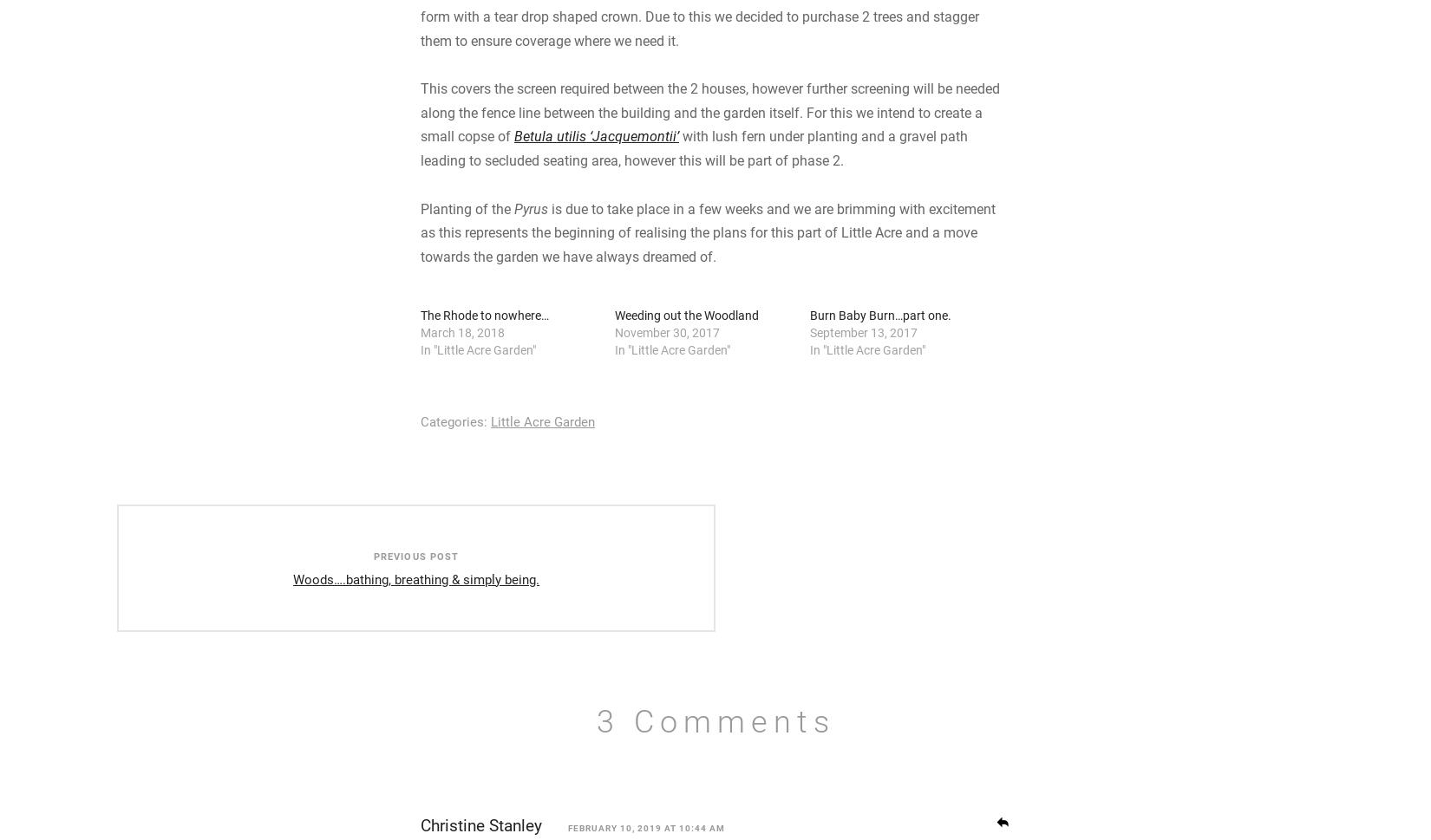  What do you see at coordinates (709, 254) in the screenshot?
I see `'This covers the screen required between the 2 houses, however further screening will be needed along the fence line between the building and the garden itself. For this we intend to create a small copse of'` at bounding box center [709, 254].